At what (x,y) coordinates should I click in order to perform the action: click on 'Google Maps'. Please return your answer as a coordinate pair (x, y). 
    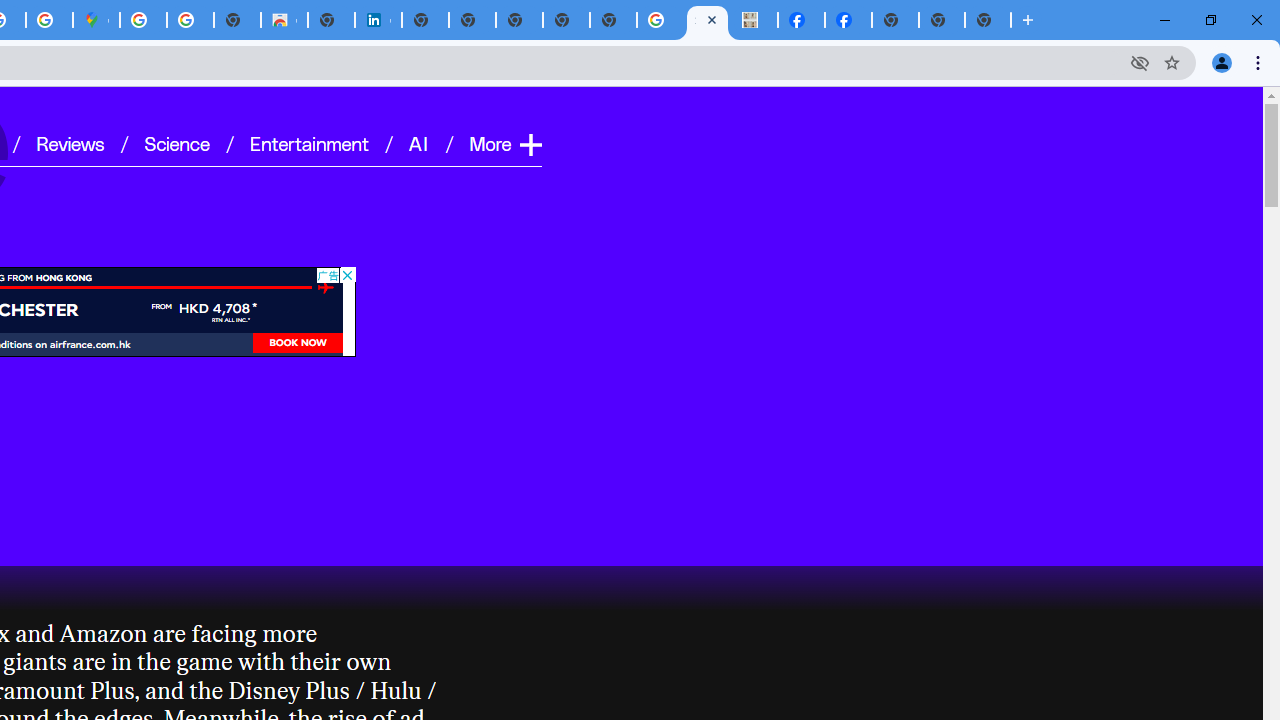
    Looking at the image, I should click on (95, 20).